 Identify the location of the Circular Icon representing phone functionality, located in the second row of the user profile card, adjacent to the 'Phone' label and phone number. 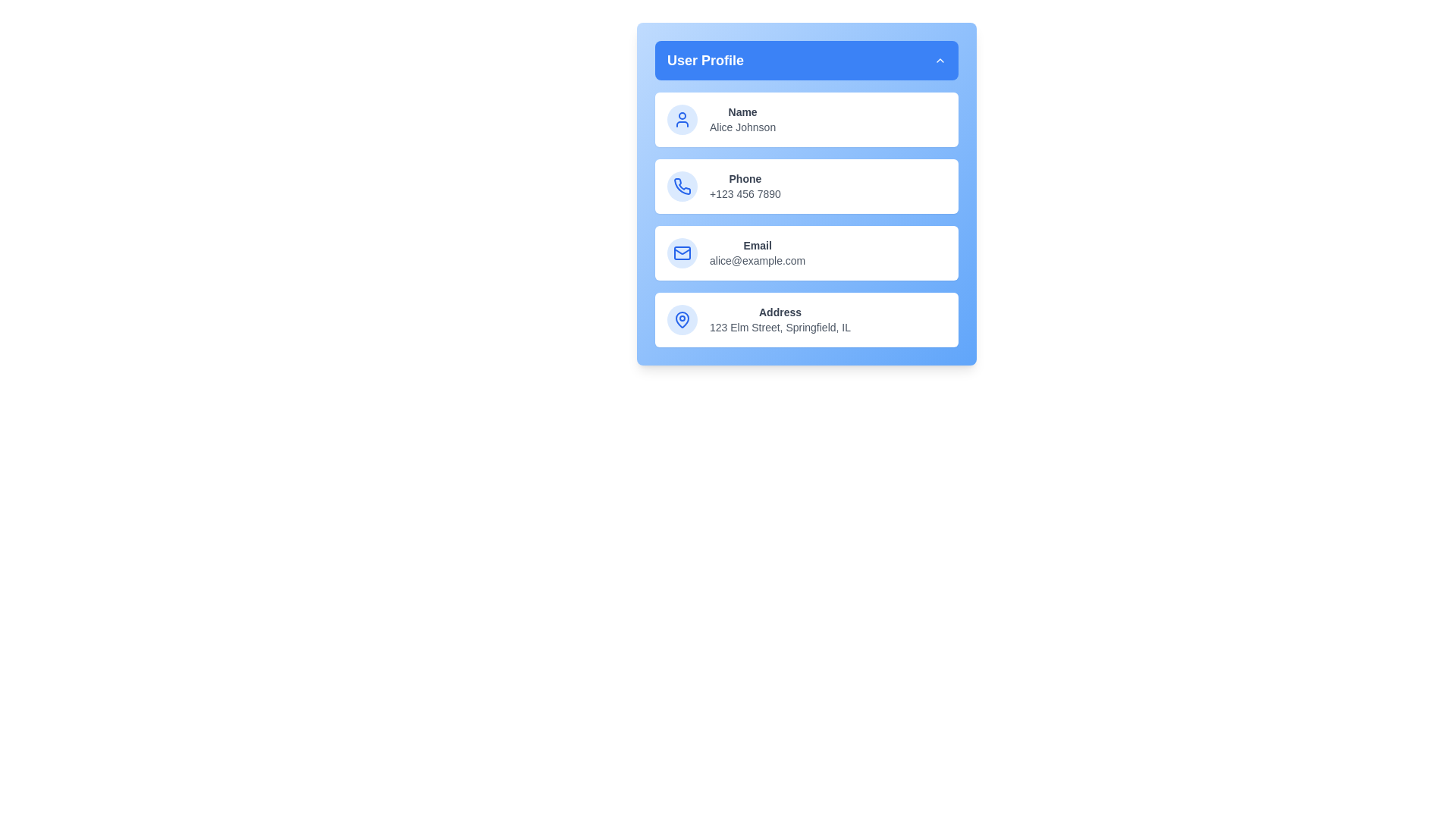
(682, 186).